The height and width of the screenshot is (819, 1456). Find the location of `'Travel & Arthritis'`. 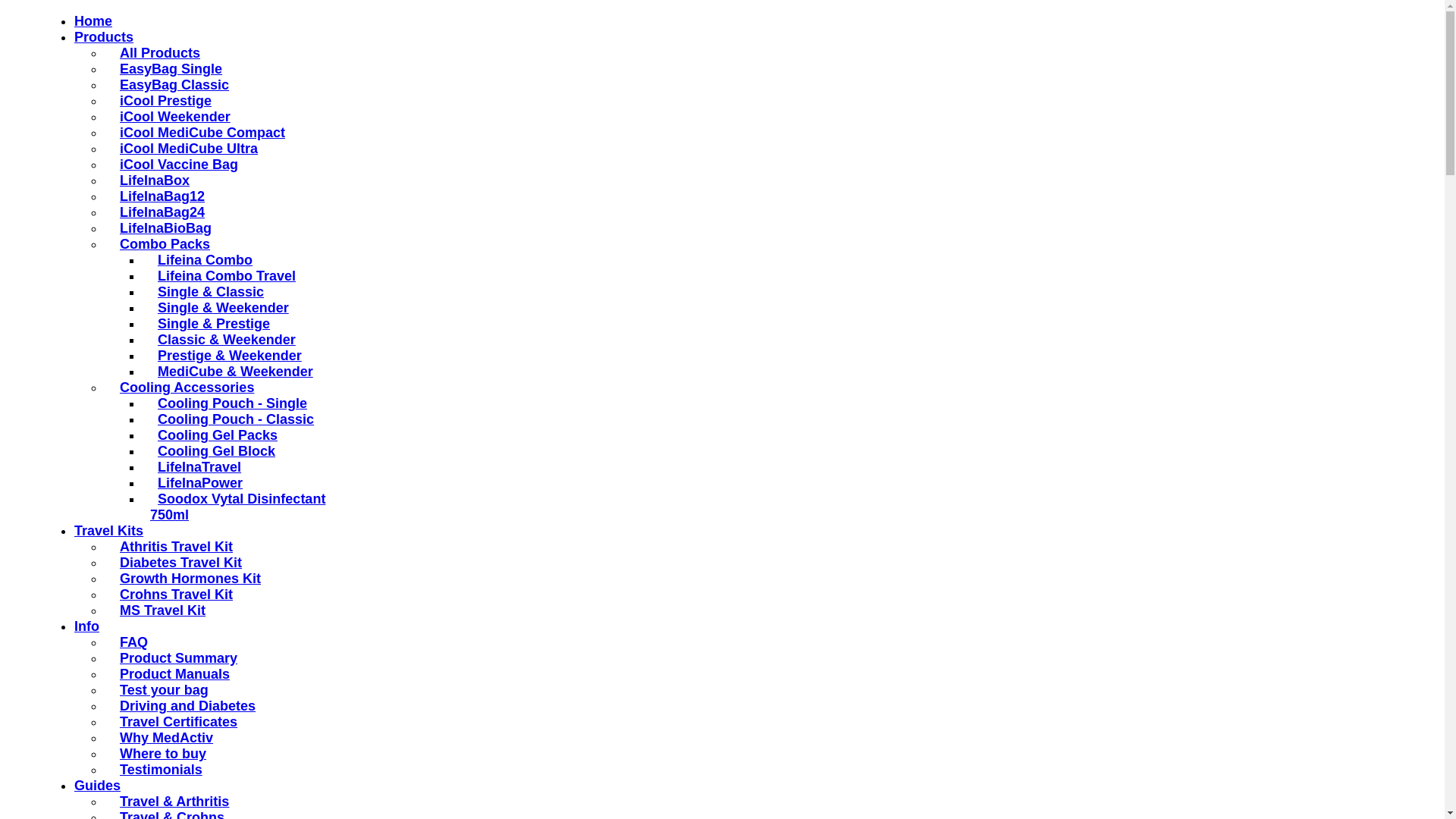

'Travel & Arthritis' is located at coordinates (171, 800).